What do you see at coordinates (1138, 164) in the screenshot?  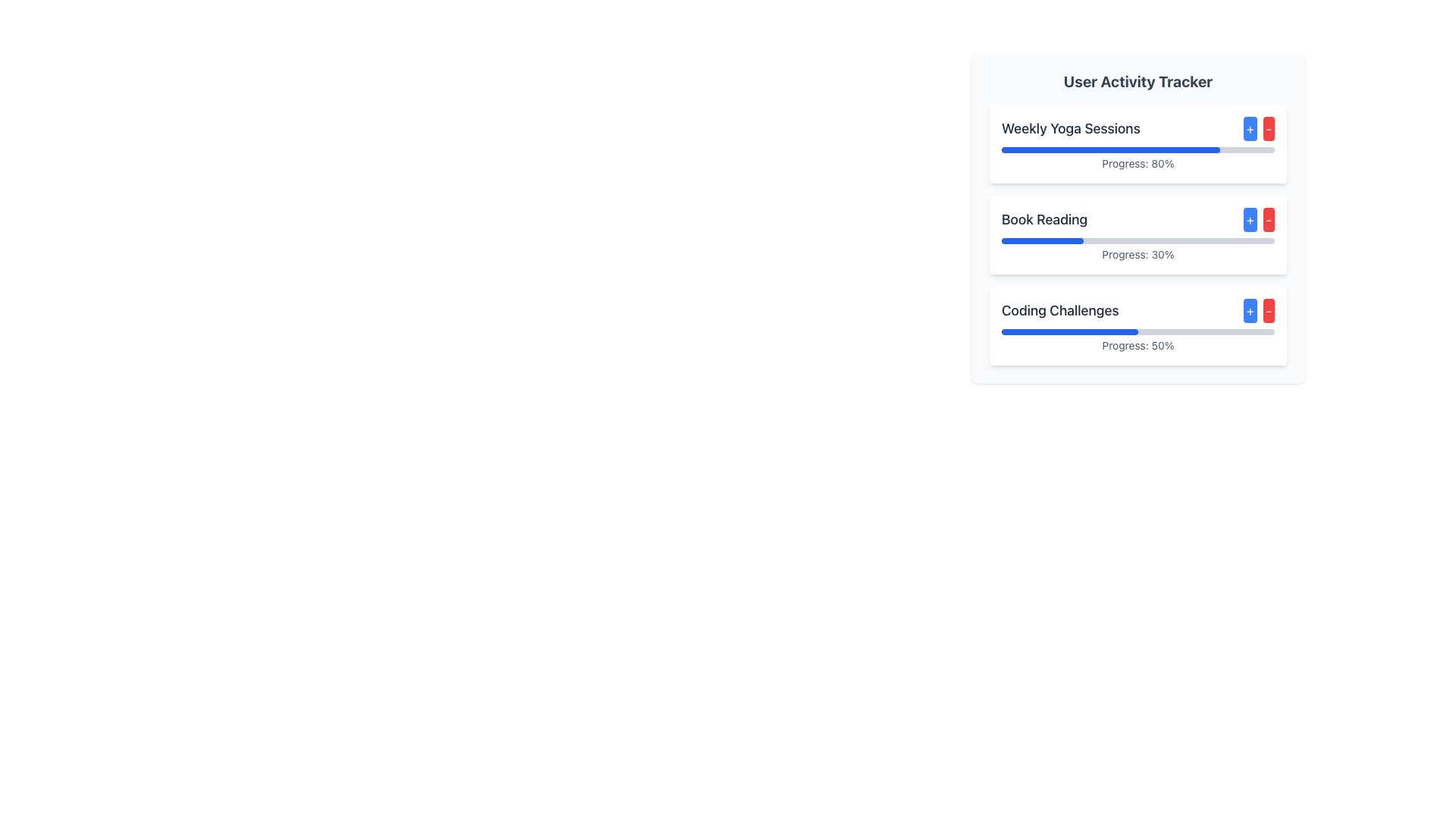 I see `text content of the progress percentage label displaying '80%' located below the blue progress indicator bar in the 'Weekly Yoga Sessions' section` at bounding box center [1138, 164].